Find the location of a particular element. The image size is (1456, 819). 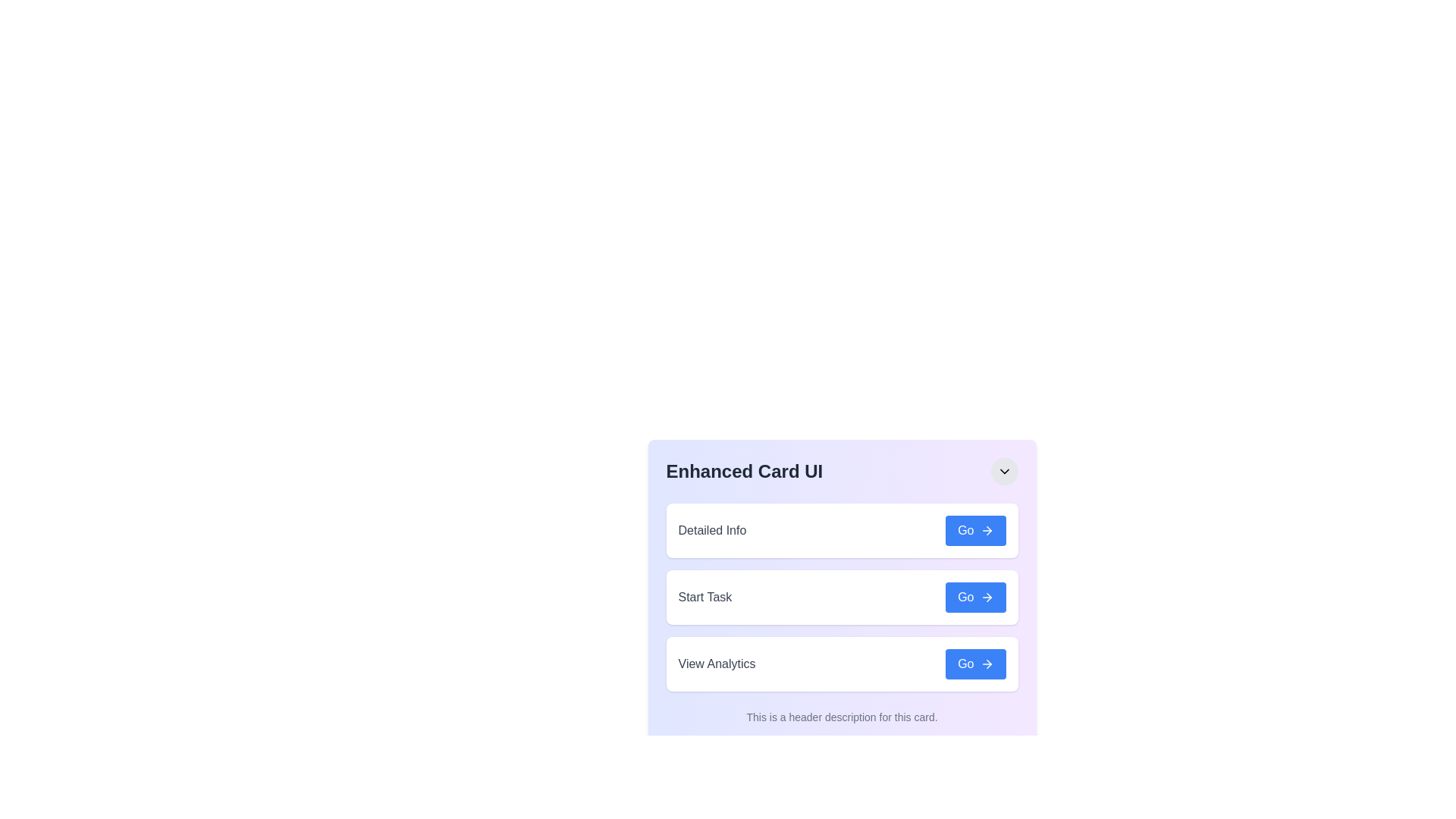

the down arrow icon located in the top-right corner of the 'Enhanced Card UI' is located at coordinates (1004, 470).